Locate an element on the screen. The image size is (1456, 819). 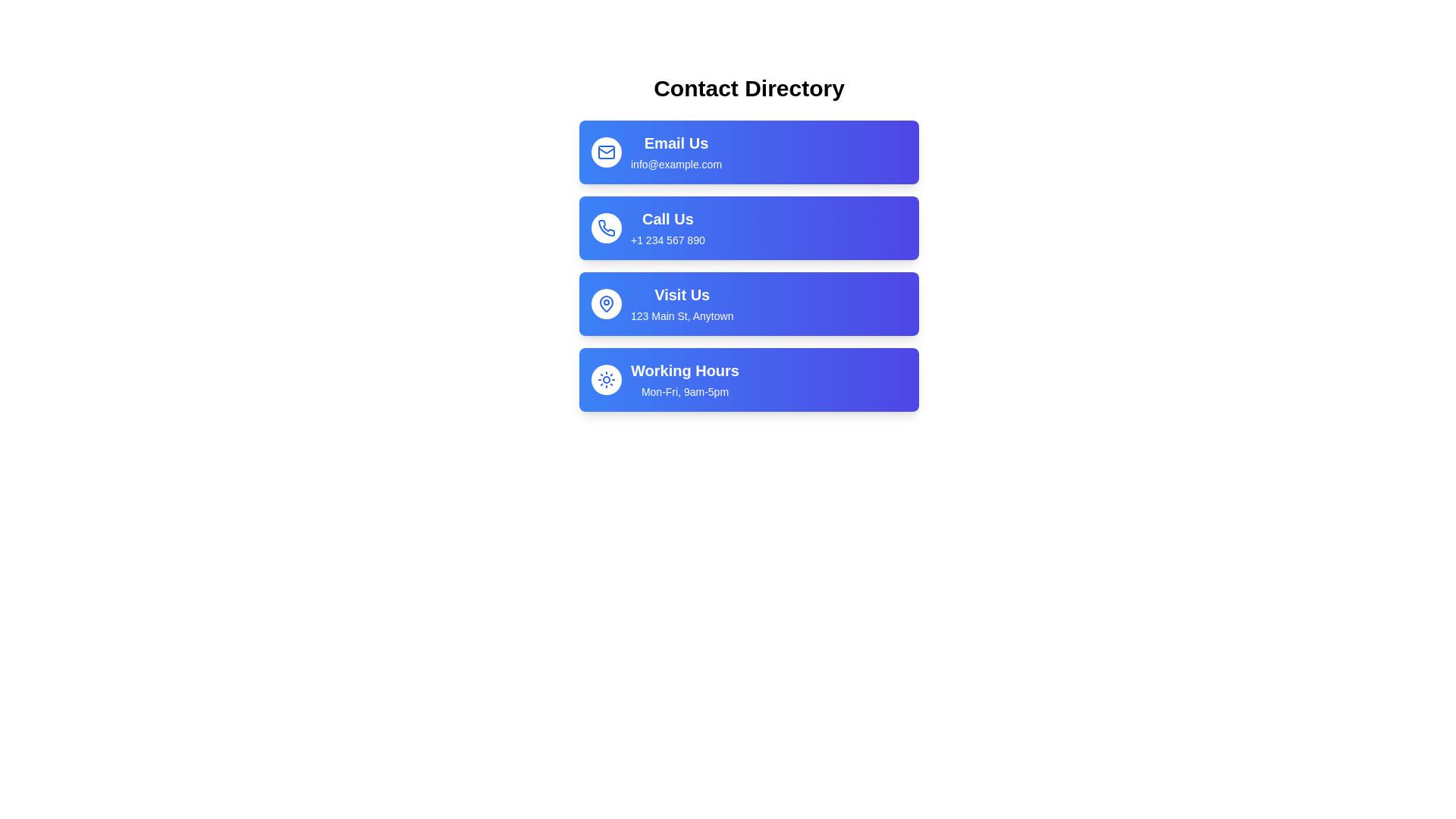
the textual label 'Working Hours', which serves as the title of the fourth contact entry in the vertically stacked contact directory list, located centrally within its button is located at coordinates (684, 371).